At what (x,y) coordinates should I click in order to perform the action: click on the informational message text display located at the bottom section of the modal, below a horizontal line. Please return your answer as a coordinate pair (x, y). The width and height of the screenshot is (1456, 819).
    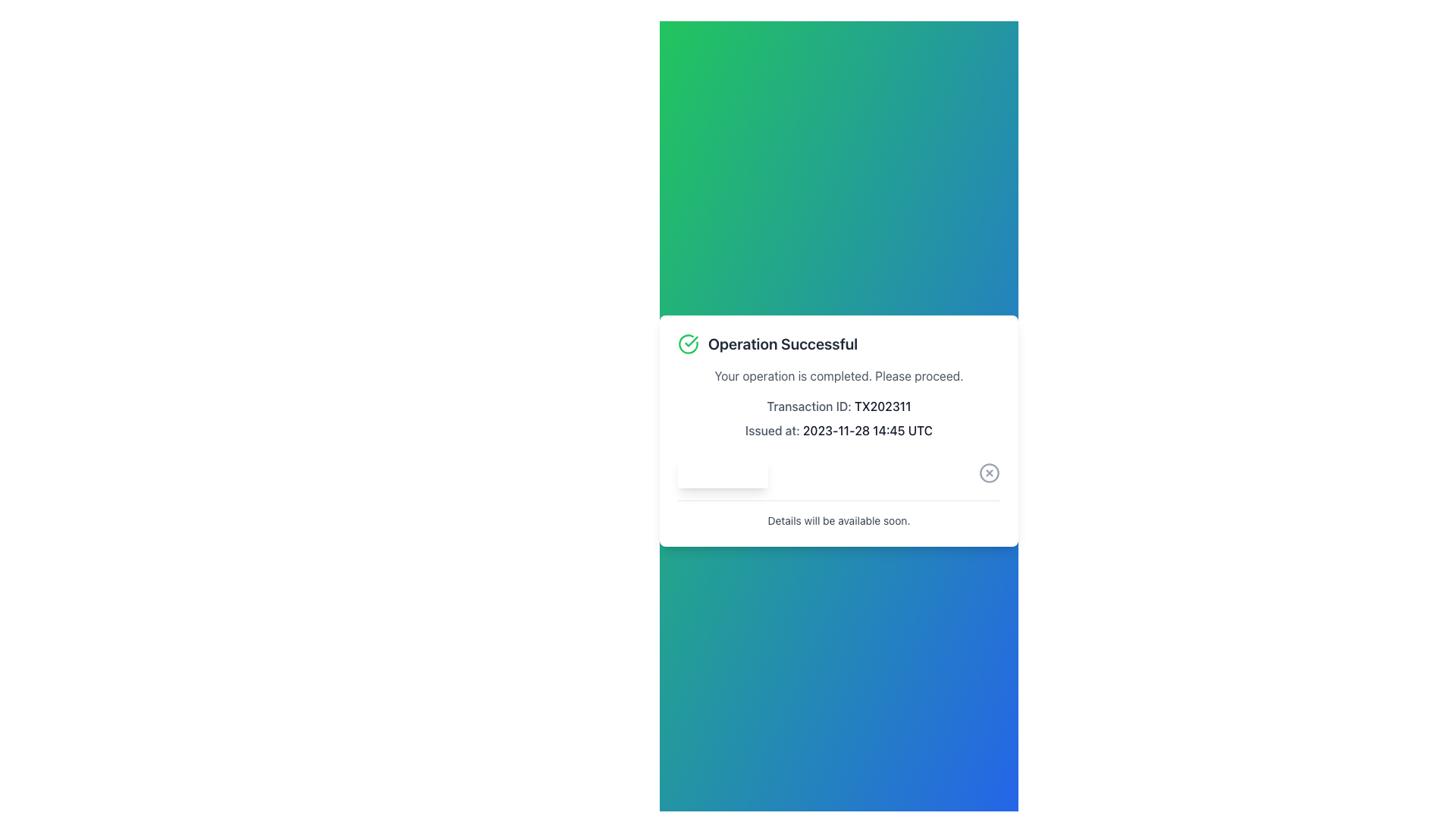
    Looking at the image, I should click on (838, 519).